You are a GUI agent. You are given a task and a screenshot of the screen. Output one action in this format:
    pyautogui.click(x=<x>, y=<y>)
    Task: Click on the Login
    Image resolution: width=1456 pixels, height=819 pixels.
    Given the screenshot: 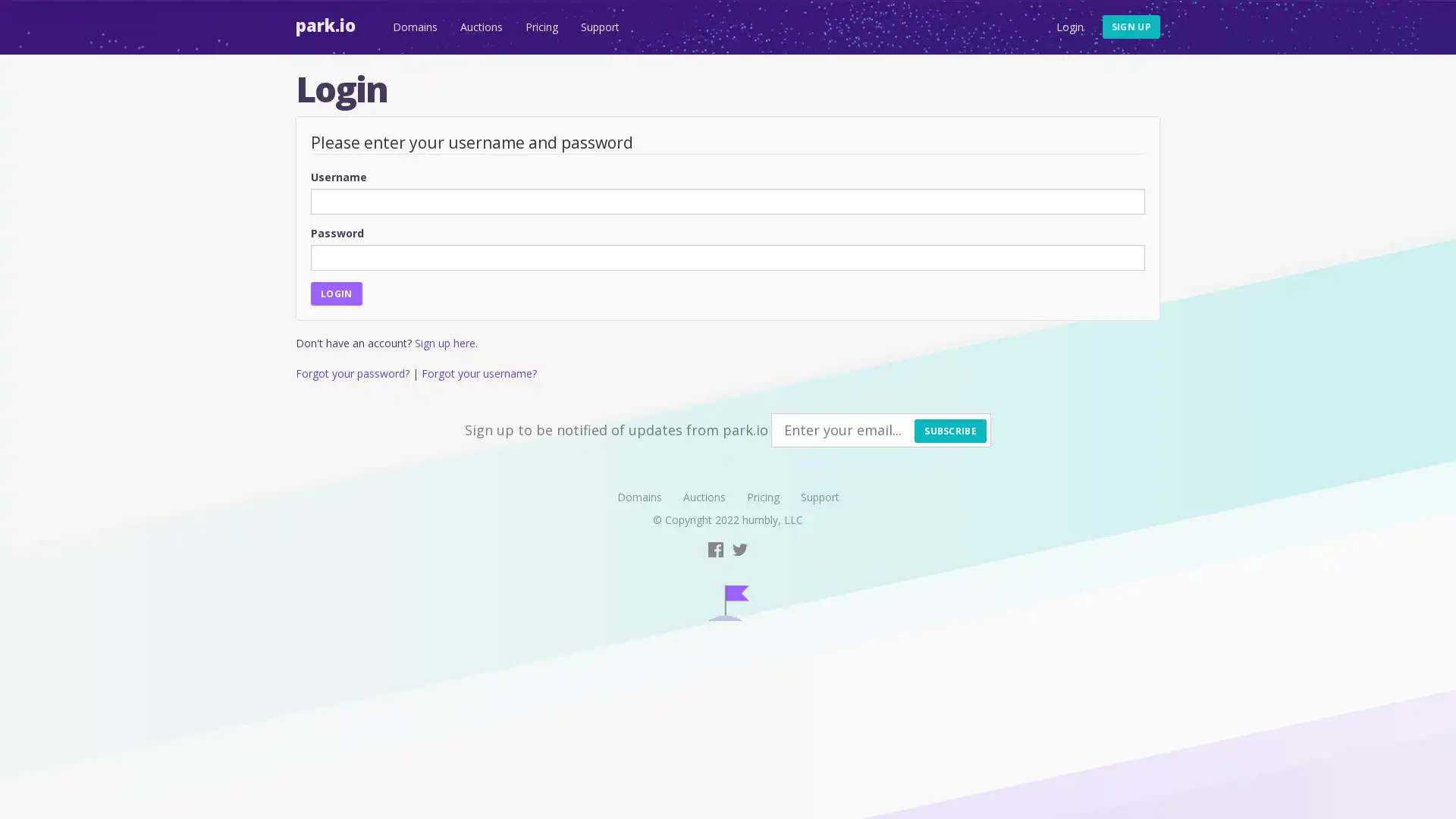 What is the action you would take?
    pyautogui.click(x=335, y=293)
    